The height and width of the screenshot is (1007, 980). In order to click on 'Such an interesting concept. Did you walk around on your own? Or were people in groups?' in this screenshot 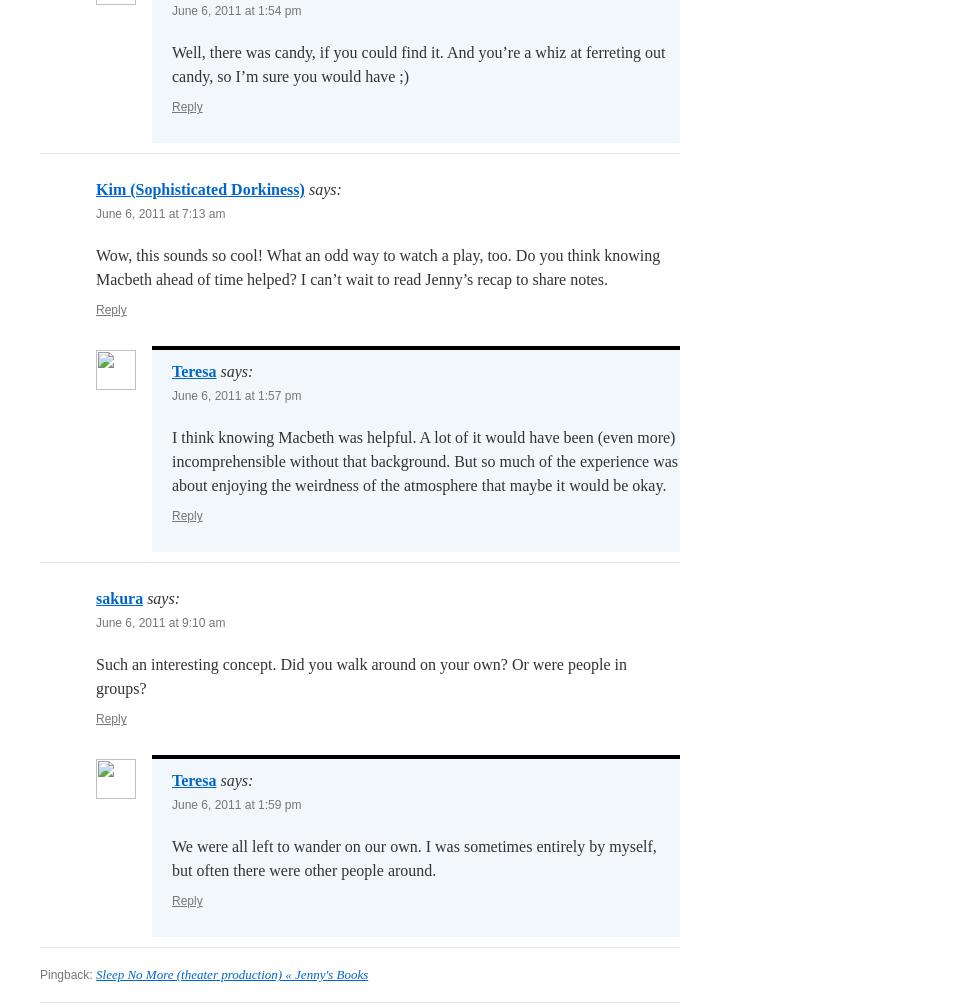, I will do `click(361, 675)`.